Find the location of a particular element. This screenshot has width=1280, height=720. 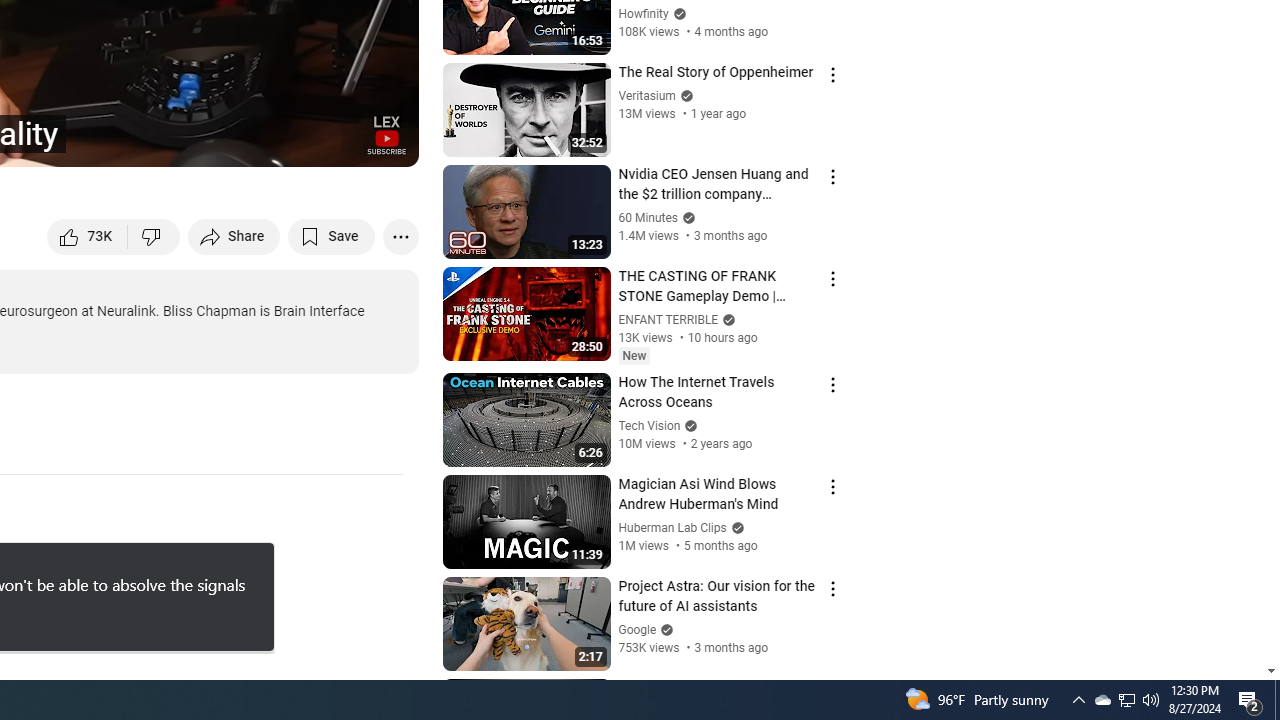

'Verified' is located at coordinates (664, 628).